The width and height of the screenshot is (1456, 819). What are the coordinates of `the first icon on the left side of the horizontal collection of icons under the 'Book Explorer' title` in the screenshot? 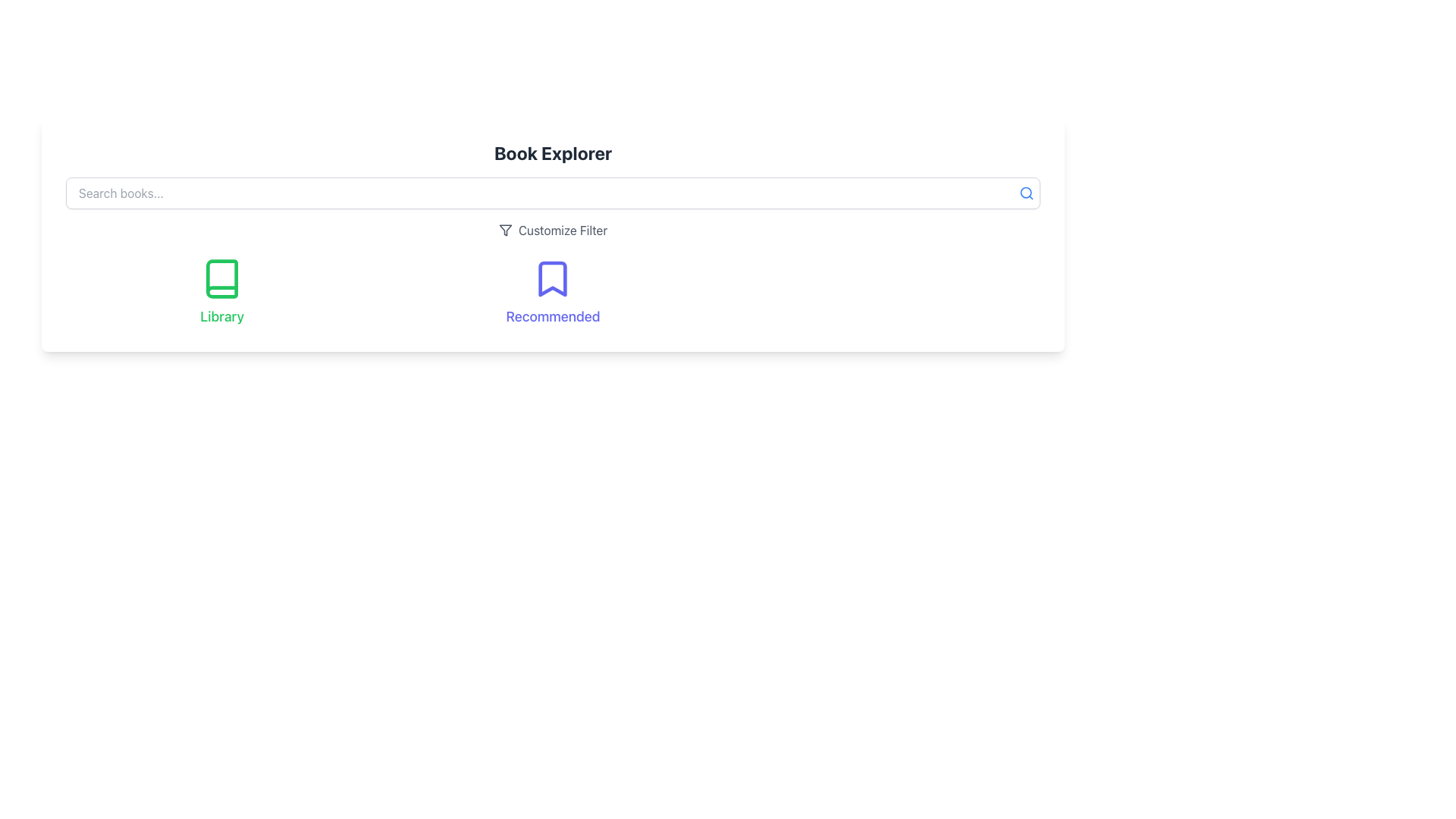 It's located at (221, 278).